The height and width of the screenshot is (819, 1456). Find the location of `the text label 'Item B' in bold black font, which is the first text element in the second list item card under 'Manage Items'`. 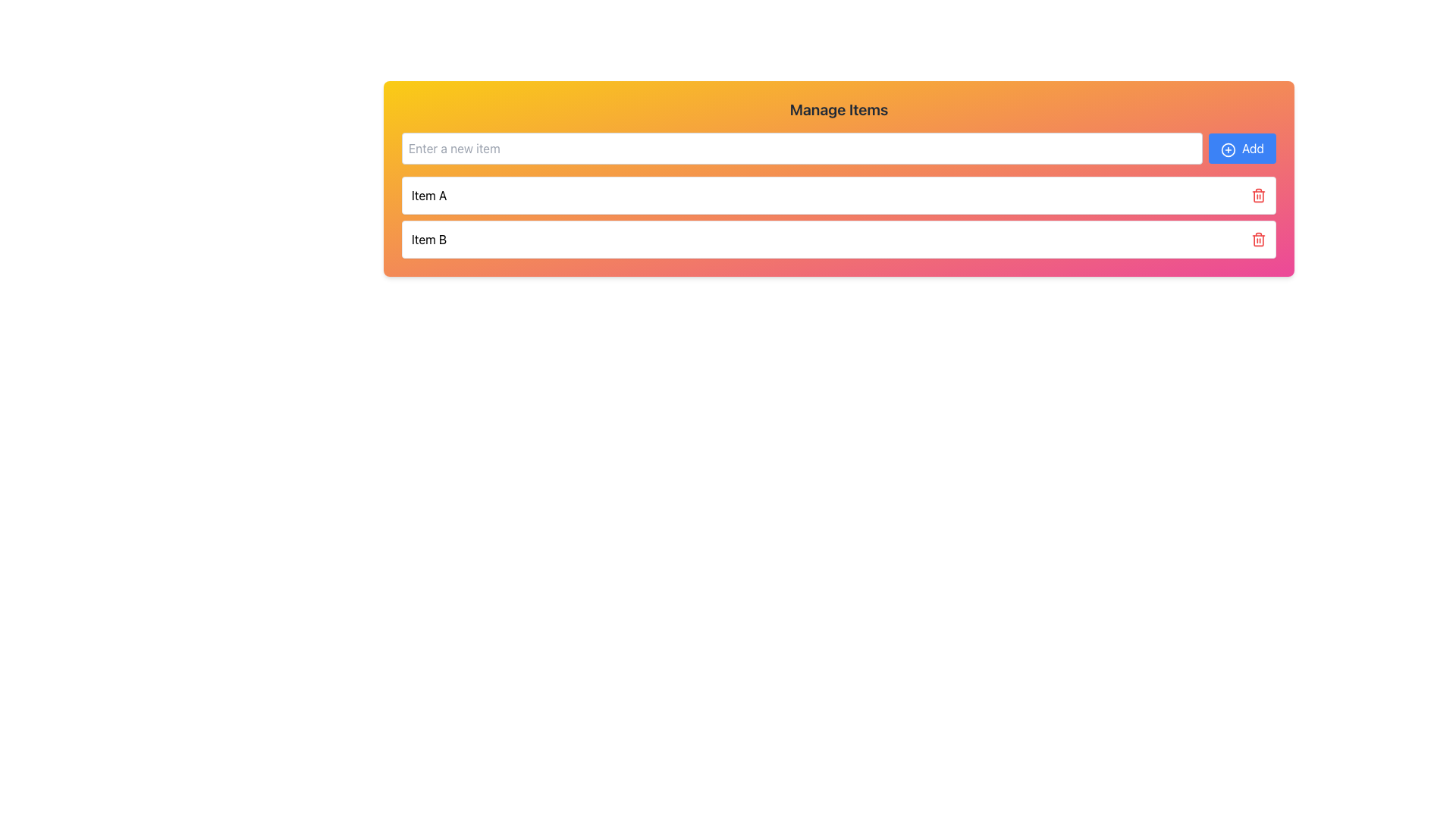

the text label 'Item B' in bold black font, which is the first text element in the second list item card under 'Manage Items' is located at coordinates (428, 239).